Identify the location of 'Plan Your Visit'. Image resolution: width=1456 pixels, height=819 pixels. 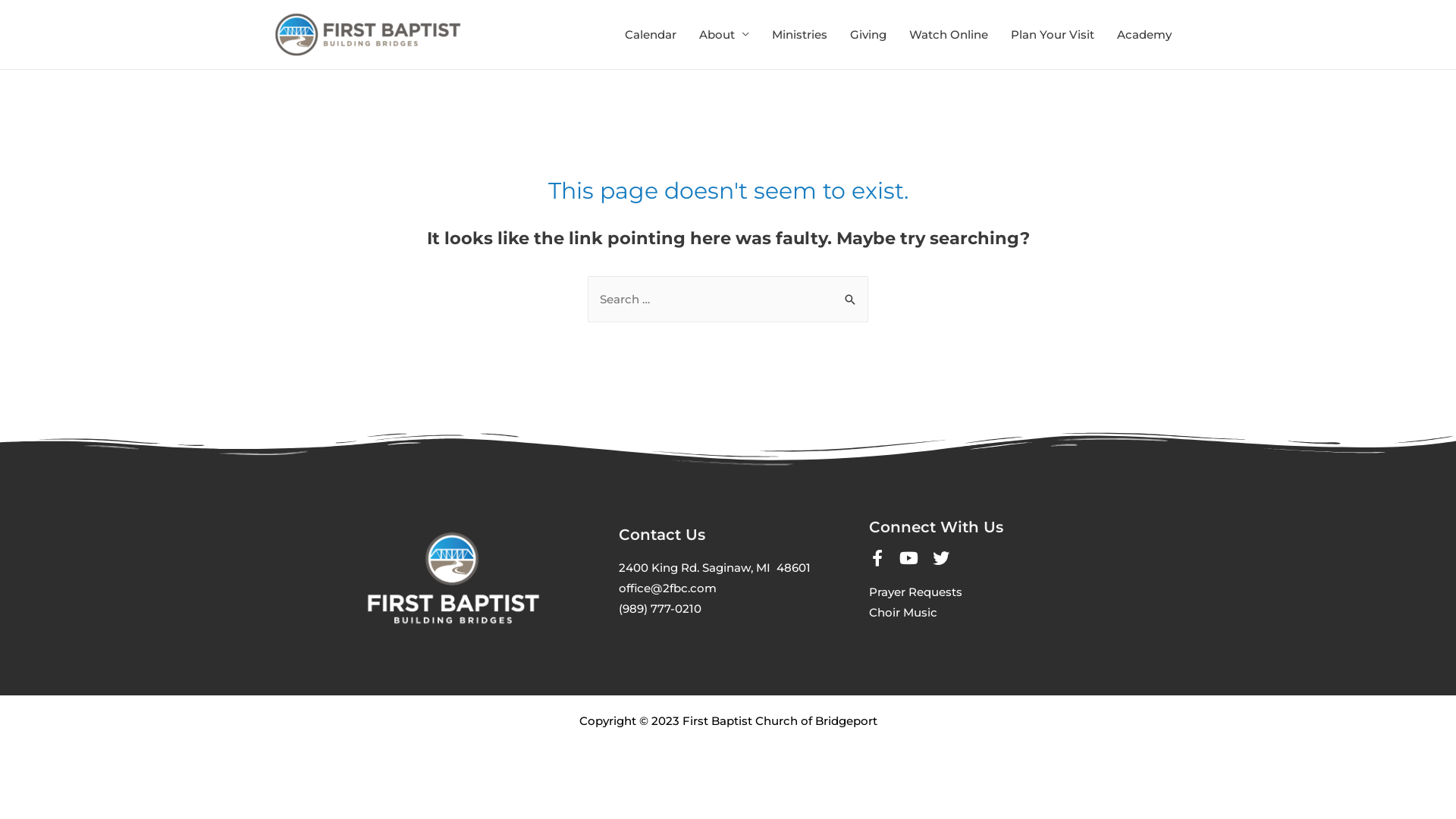
(999, 34).